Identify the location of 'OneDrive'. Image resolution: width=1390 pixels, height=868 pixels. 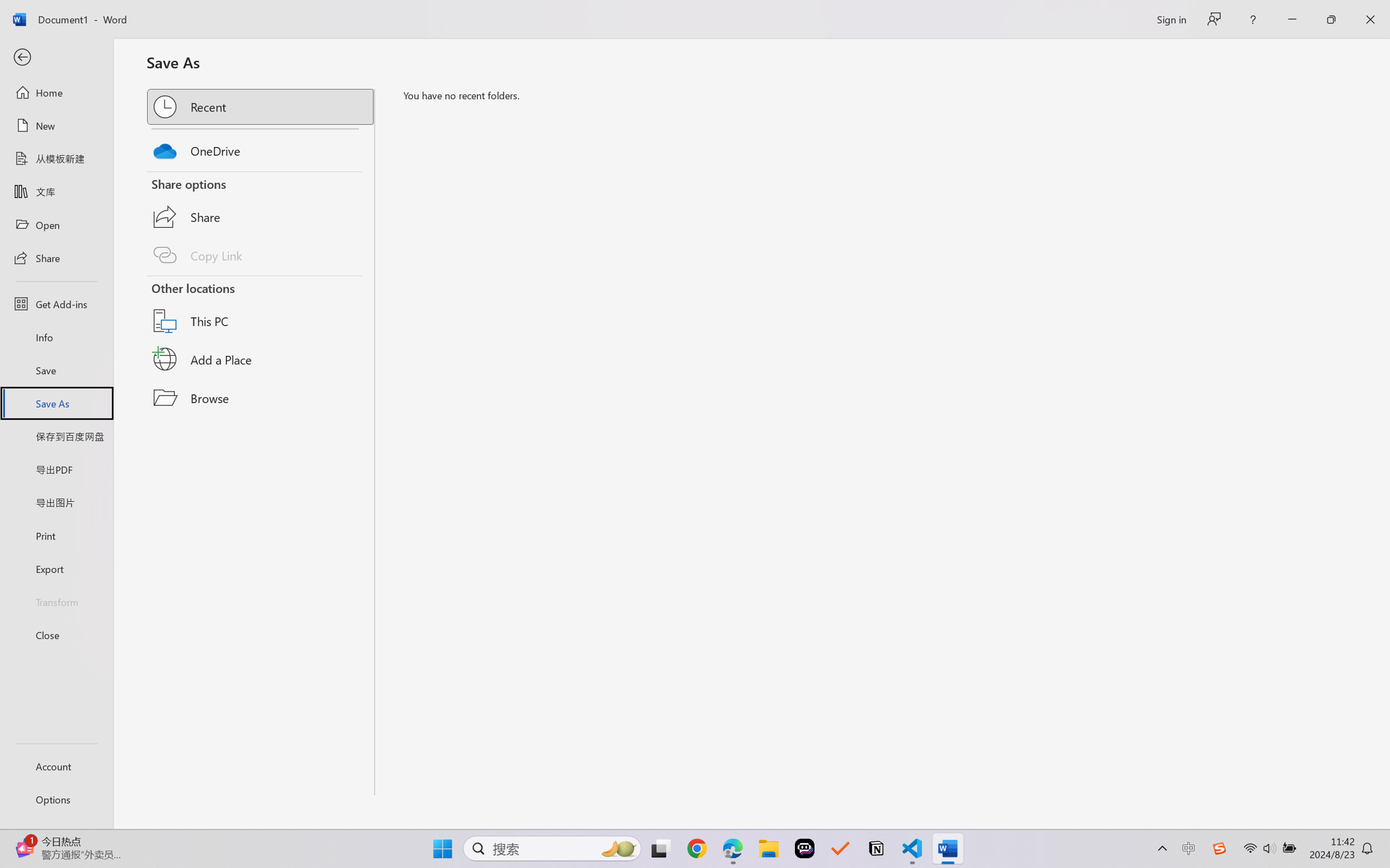
(261, 148).